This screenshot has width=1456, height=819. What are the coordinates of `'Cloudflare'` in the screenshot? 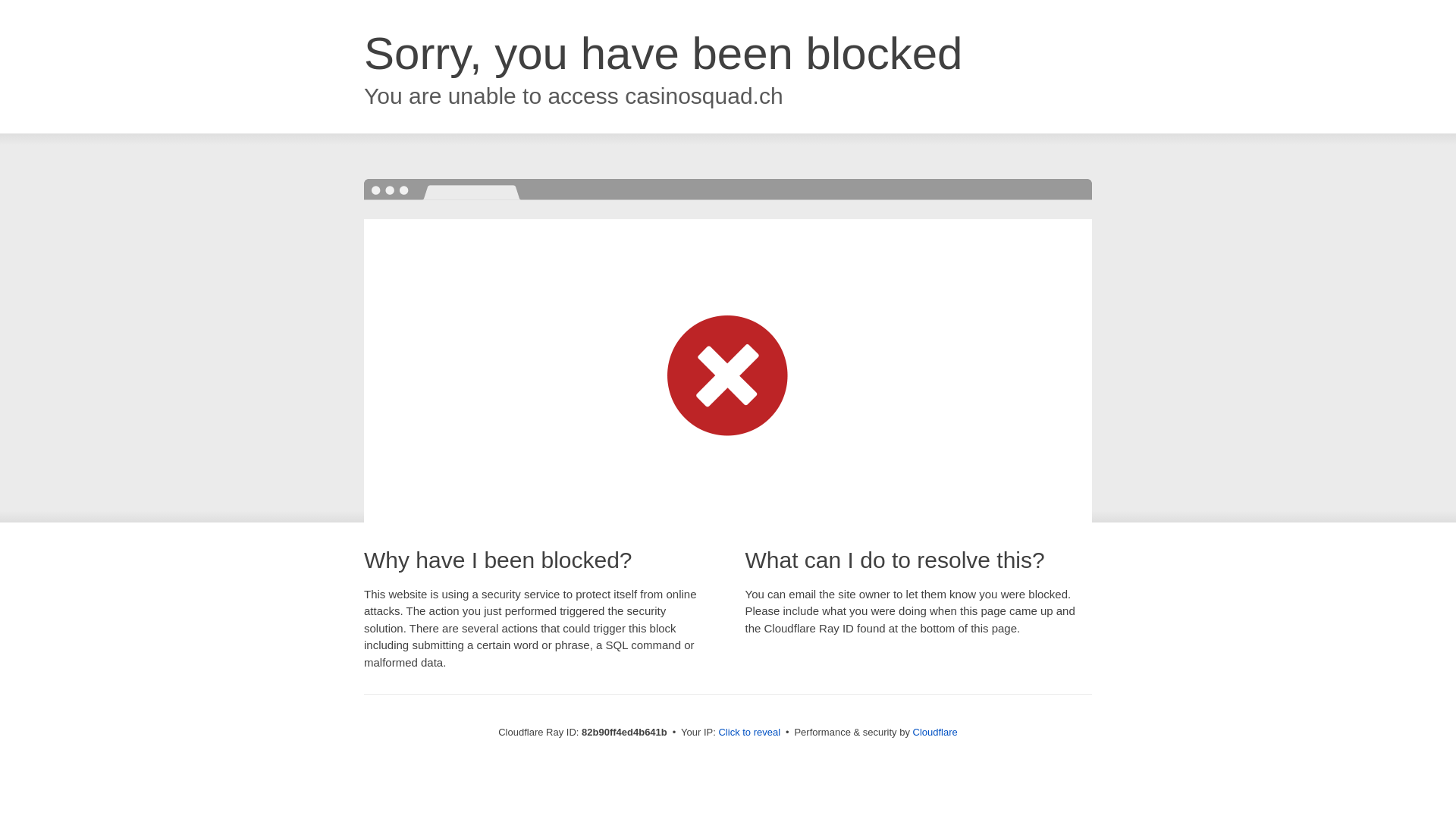 It's located at (934, 731).